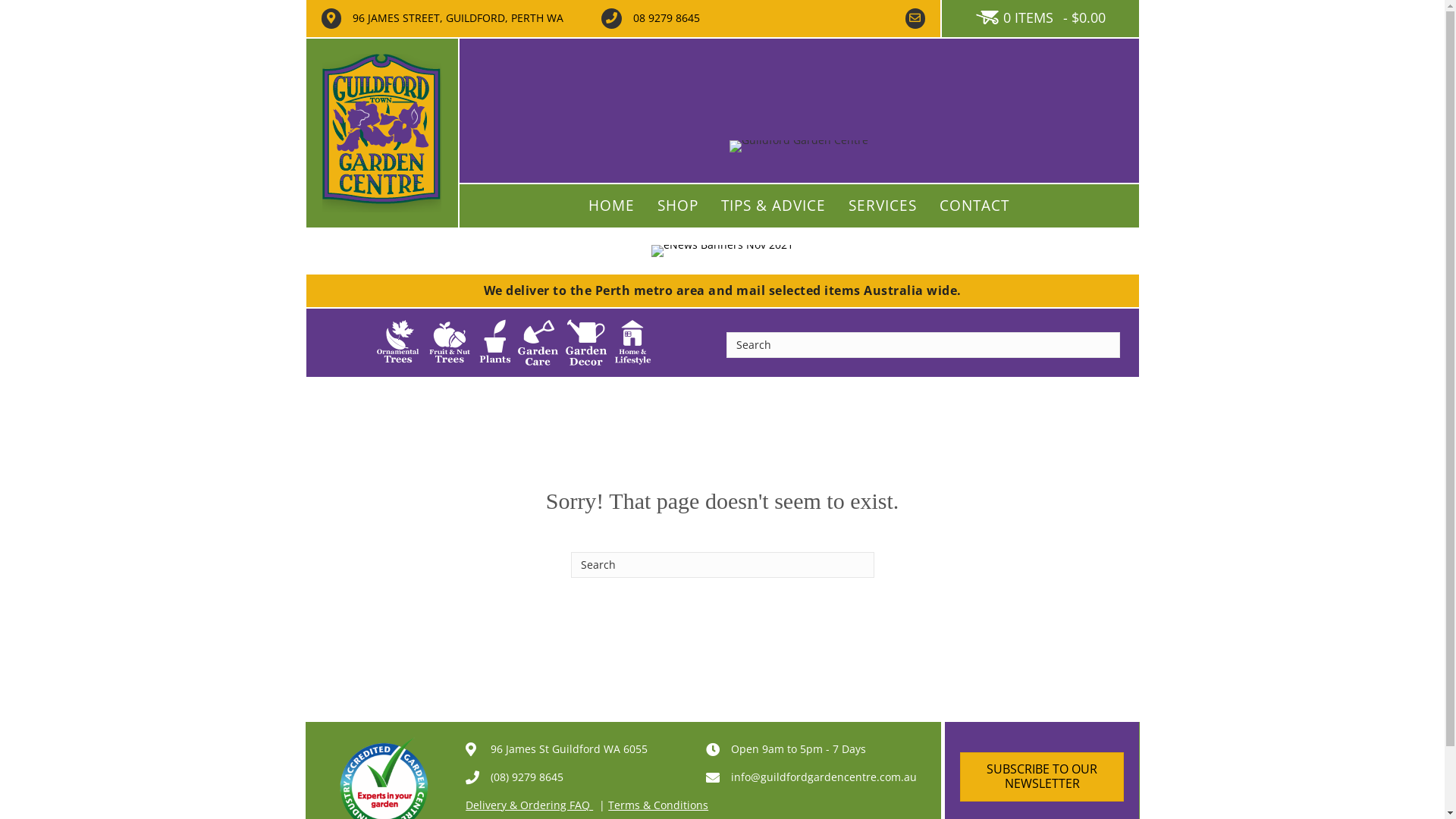 This screenshot has width=1456, height=819. What do you see at coordinates (798, 146) in the screenshot?
I see `'Site Header TItle Graphic'` at bounding box center [798, 146].